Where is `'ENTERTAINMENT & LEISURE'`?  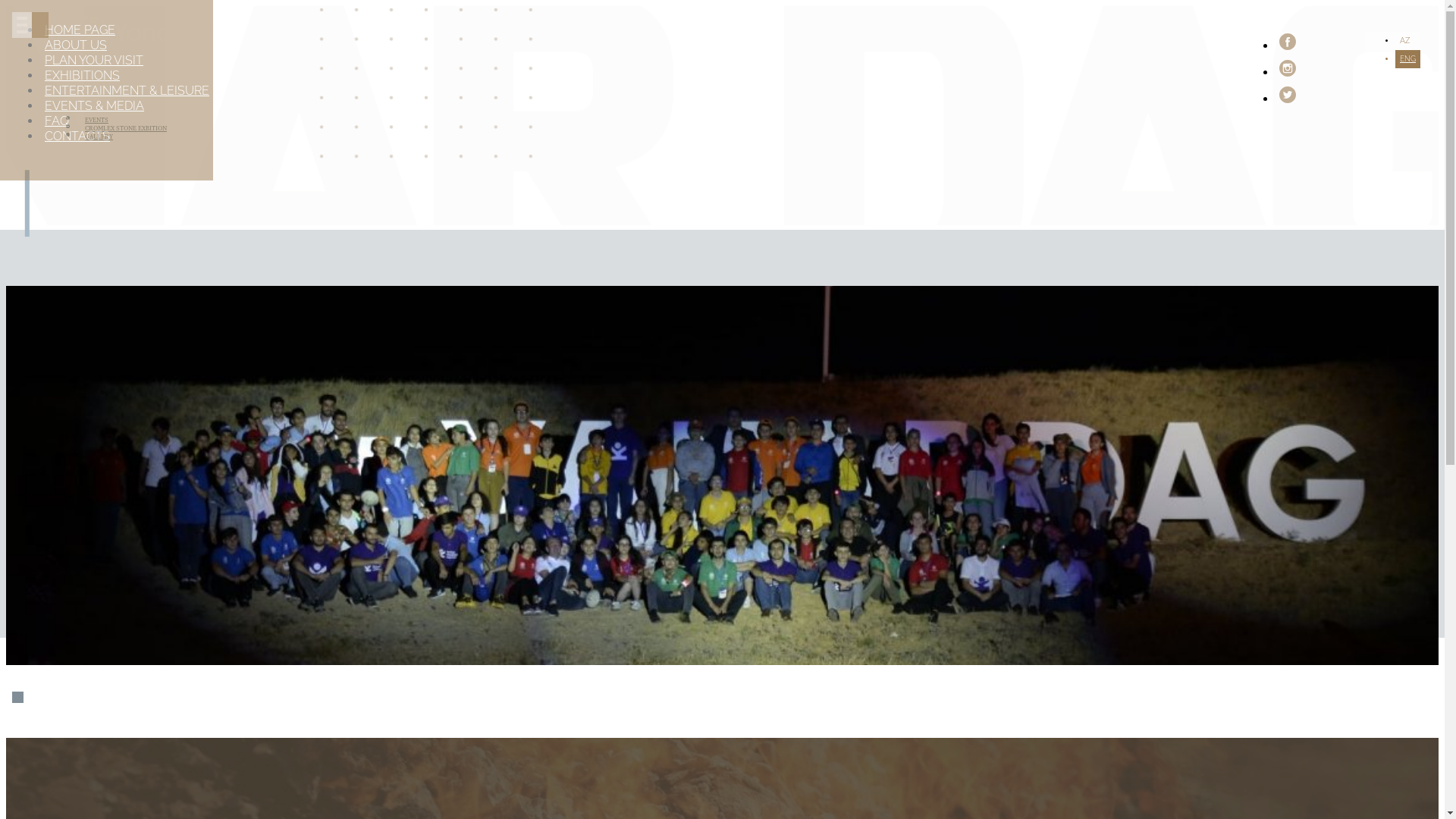
'ENTERTAINMENT & LEISURE' is located at coordinates (127, 90).